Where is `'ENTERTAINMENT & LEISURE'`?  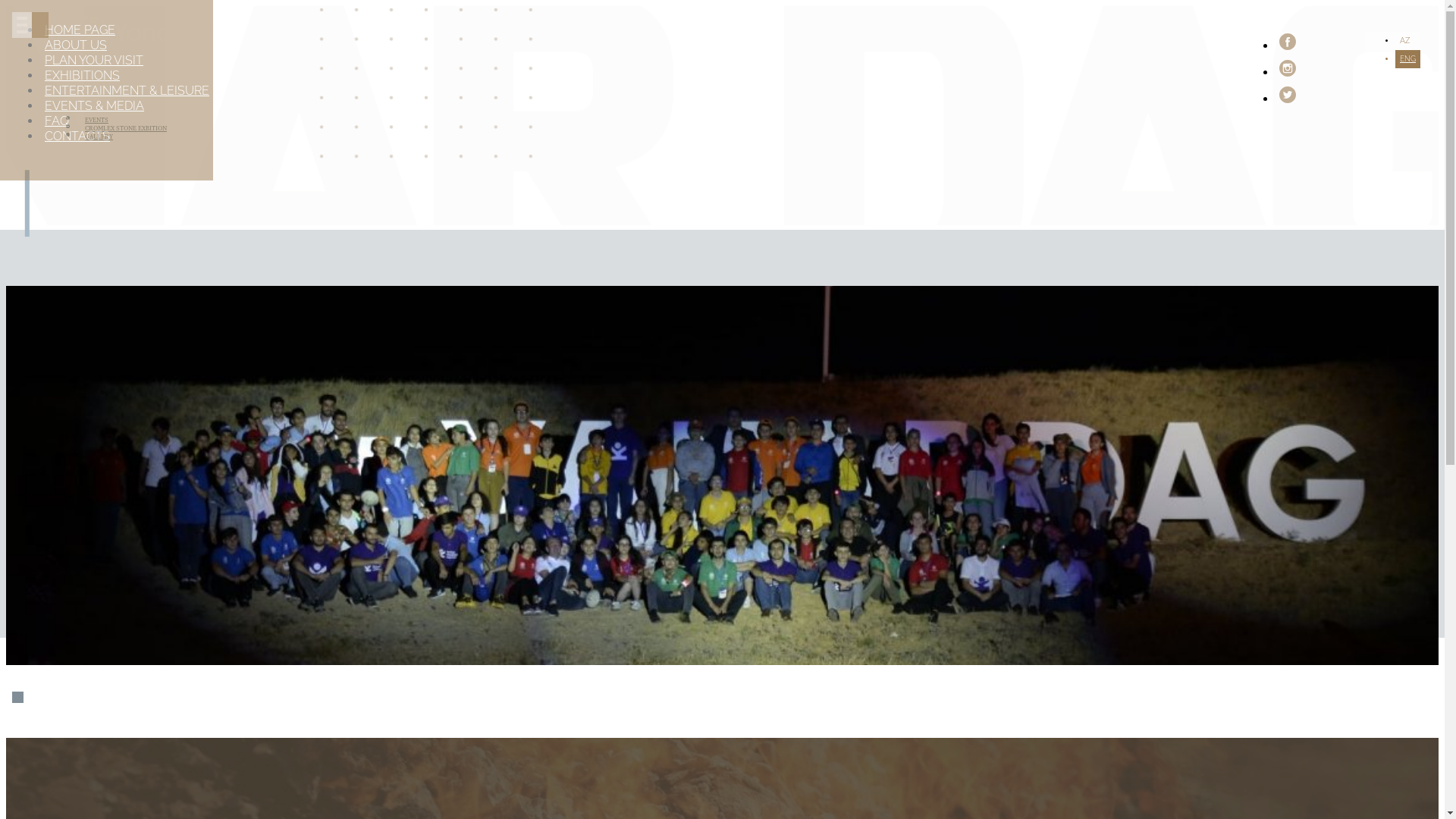
'ENTERTAINMENT & LEISURE' is located at coordinates (127, 90).